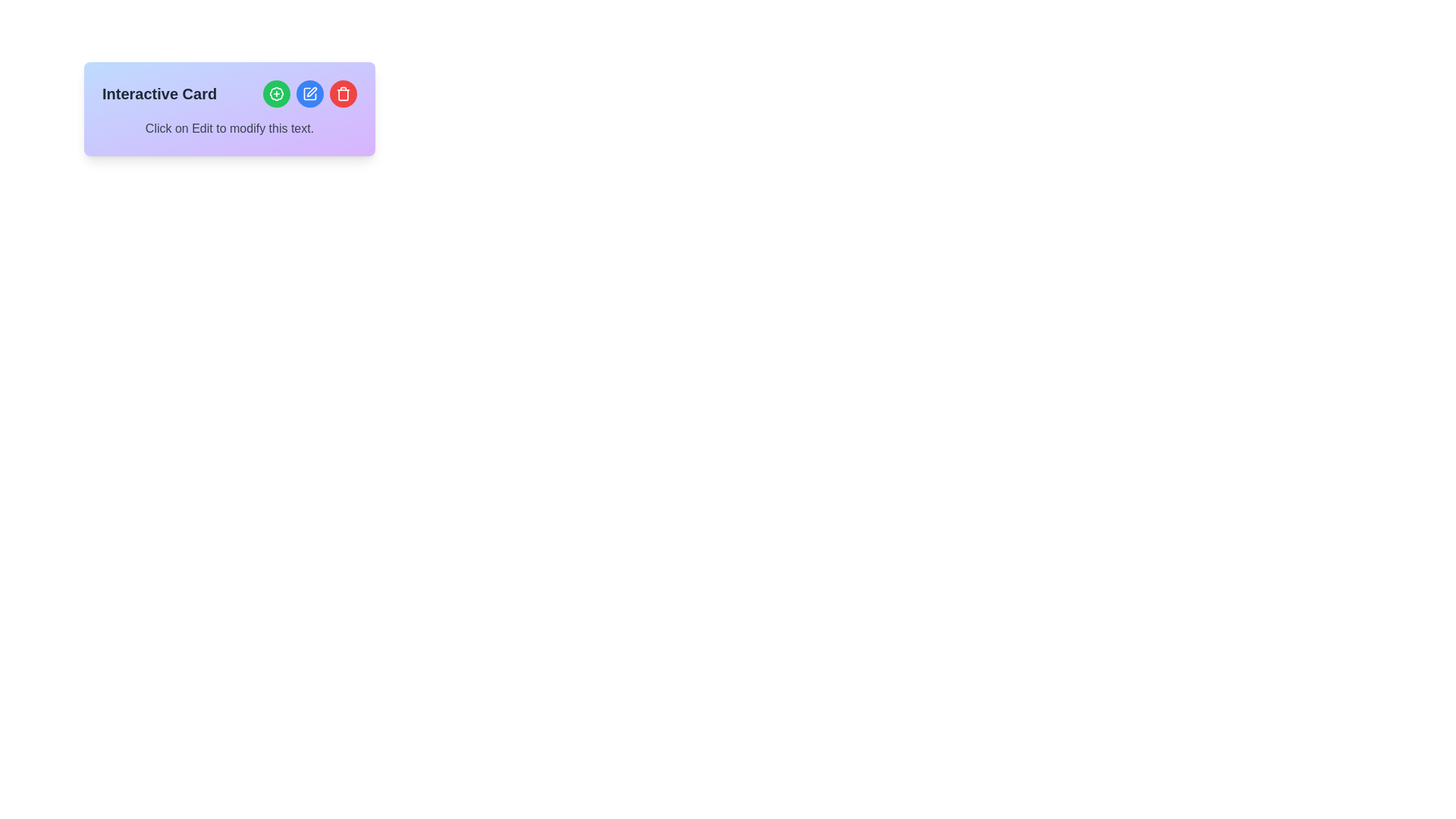 The width and height of the screenshot is (1456, 819). I want to click on the 'Interactive Card' label, which is styled in bold and positioned at the top-left of the card layout, so click(159, 93).